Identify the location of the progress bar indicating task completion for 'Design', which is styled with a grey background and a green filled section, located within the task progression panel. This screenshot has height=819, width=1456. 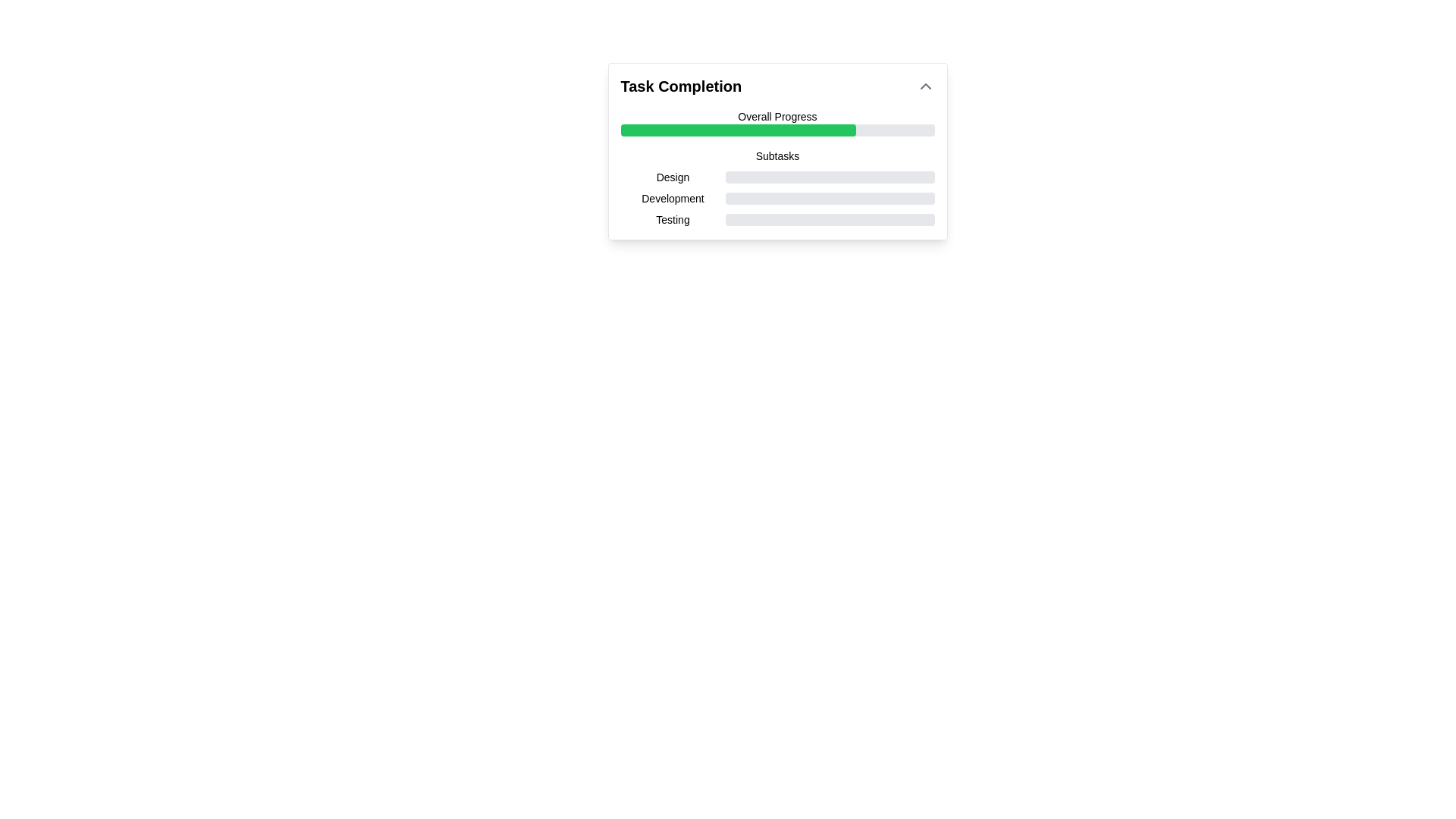
(829, 177).